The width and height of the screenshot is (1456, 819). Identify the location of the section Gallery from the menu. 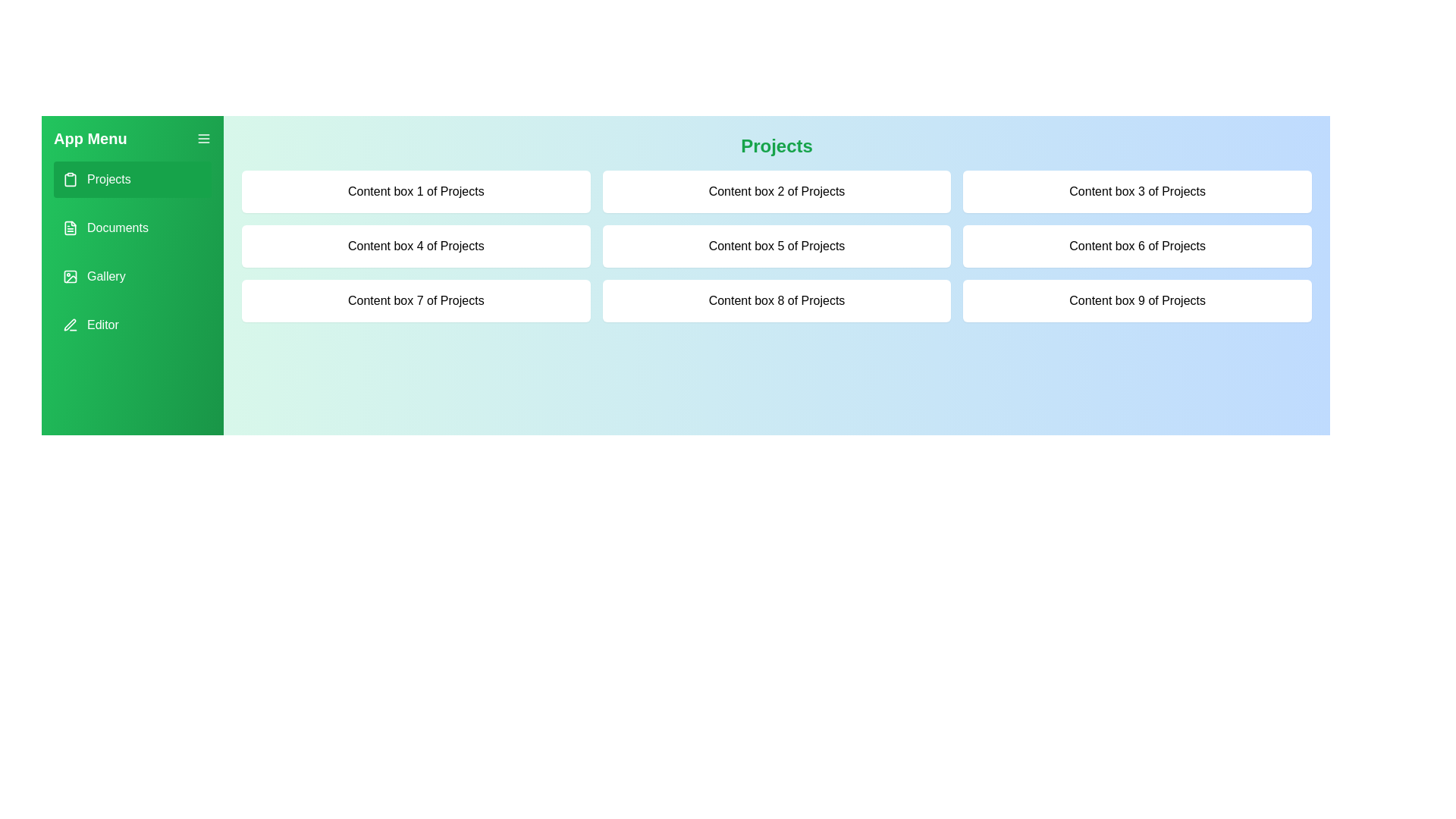
(132, 277).